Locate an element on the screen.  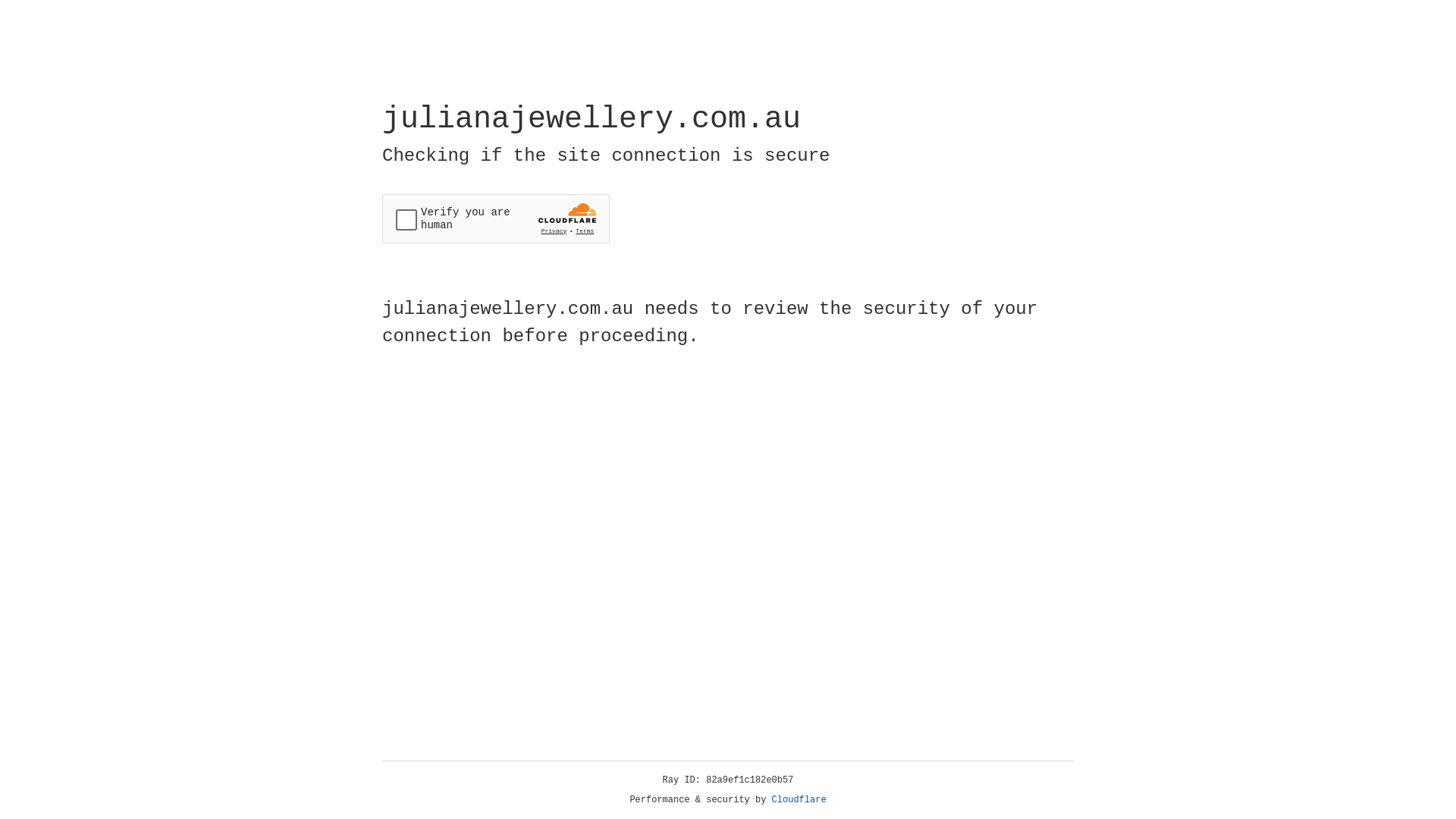
'Cloudflare' is located at coordinates (771, 799).